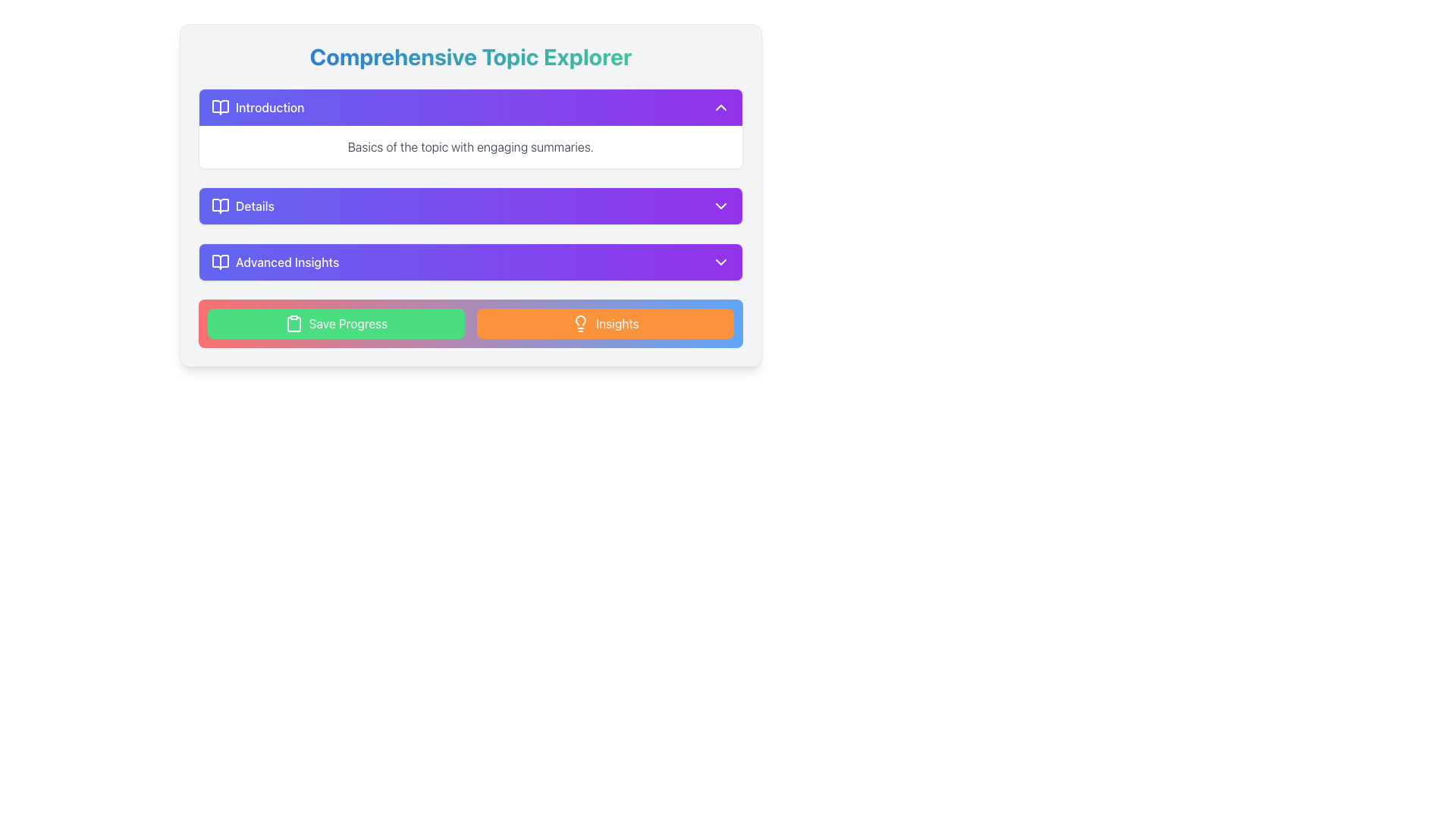  I want to click on the open book icon located to the left of the 'Advanced Insights' label, so click(220, 262).